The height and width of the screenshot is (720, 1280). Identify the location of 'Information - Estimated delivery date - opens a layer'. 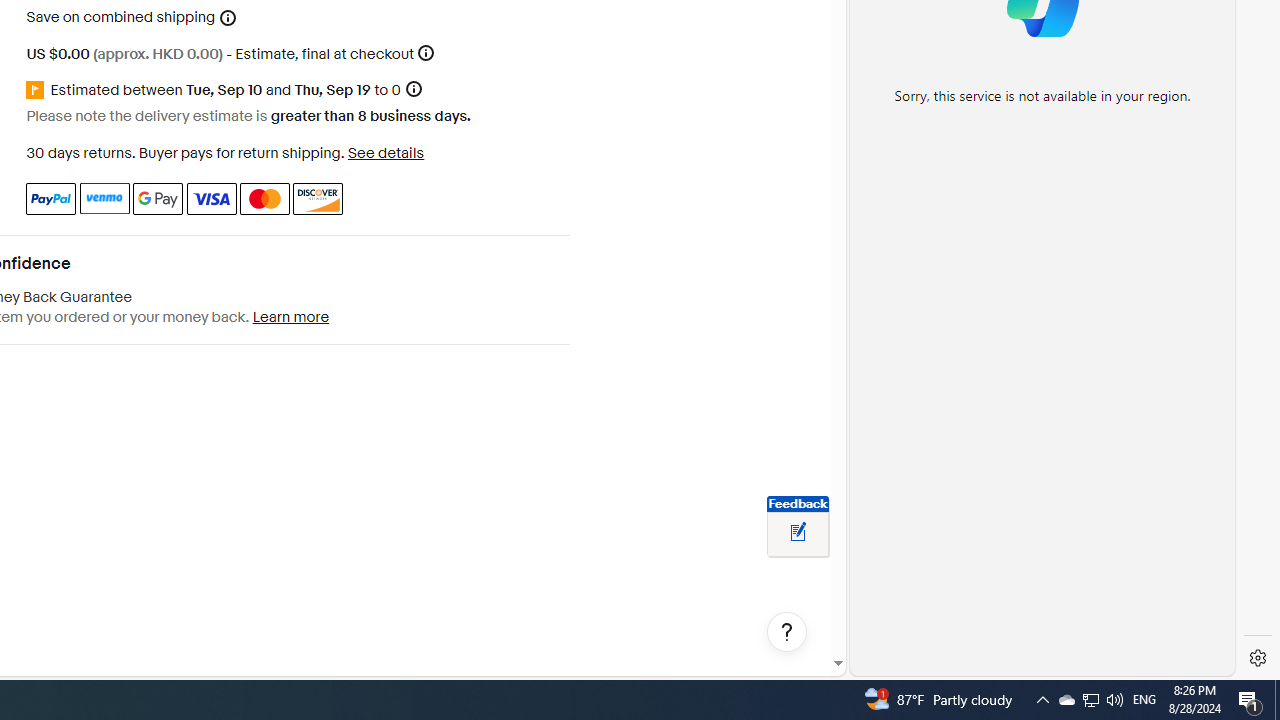
(412, 88).